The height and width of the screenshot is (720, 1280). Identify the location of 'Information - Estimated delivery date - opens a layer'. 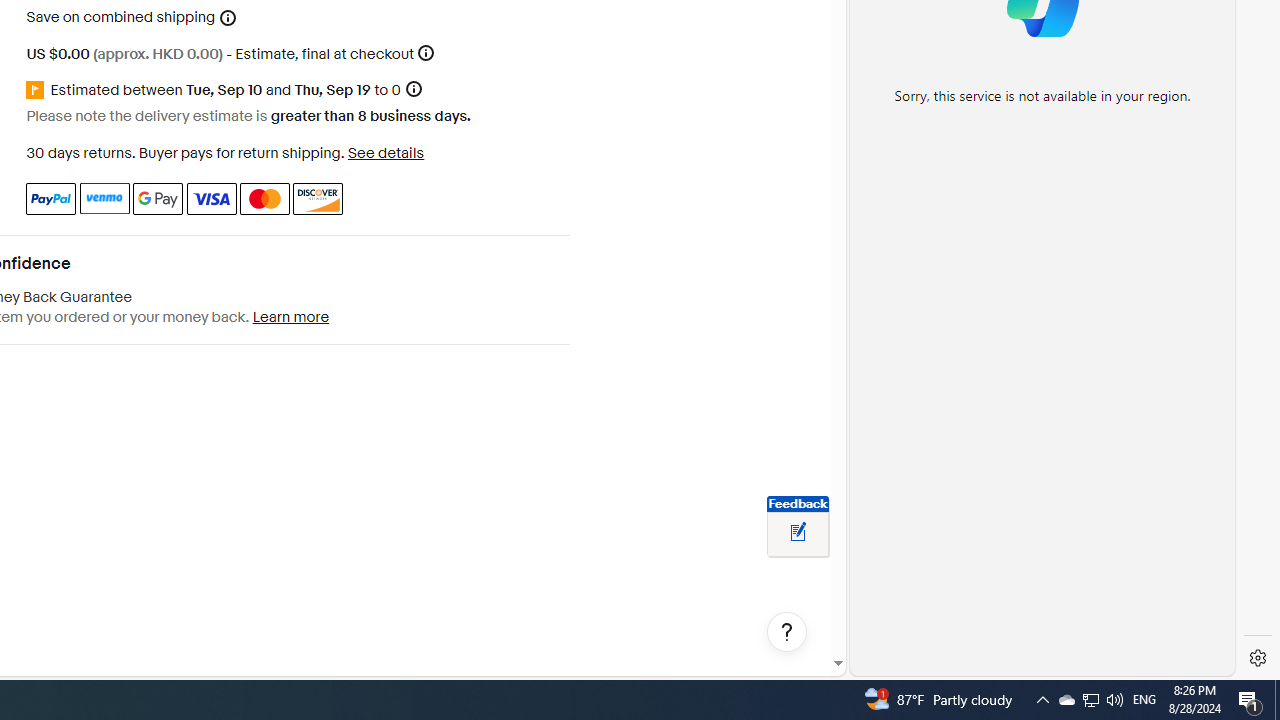
(412, 88).